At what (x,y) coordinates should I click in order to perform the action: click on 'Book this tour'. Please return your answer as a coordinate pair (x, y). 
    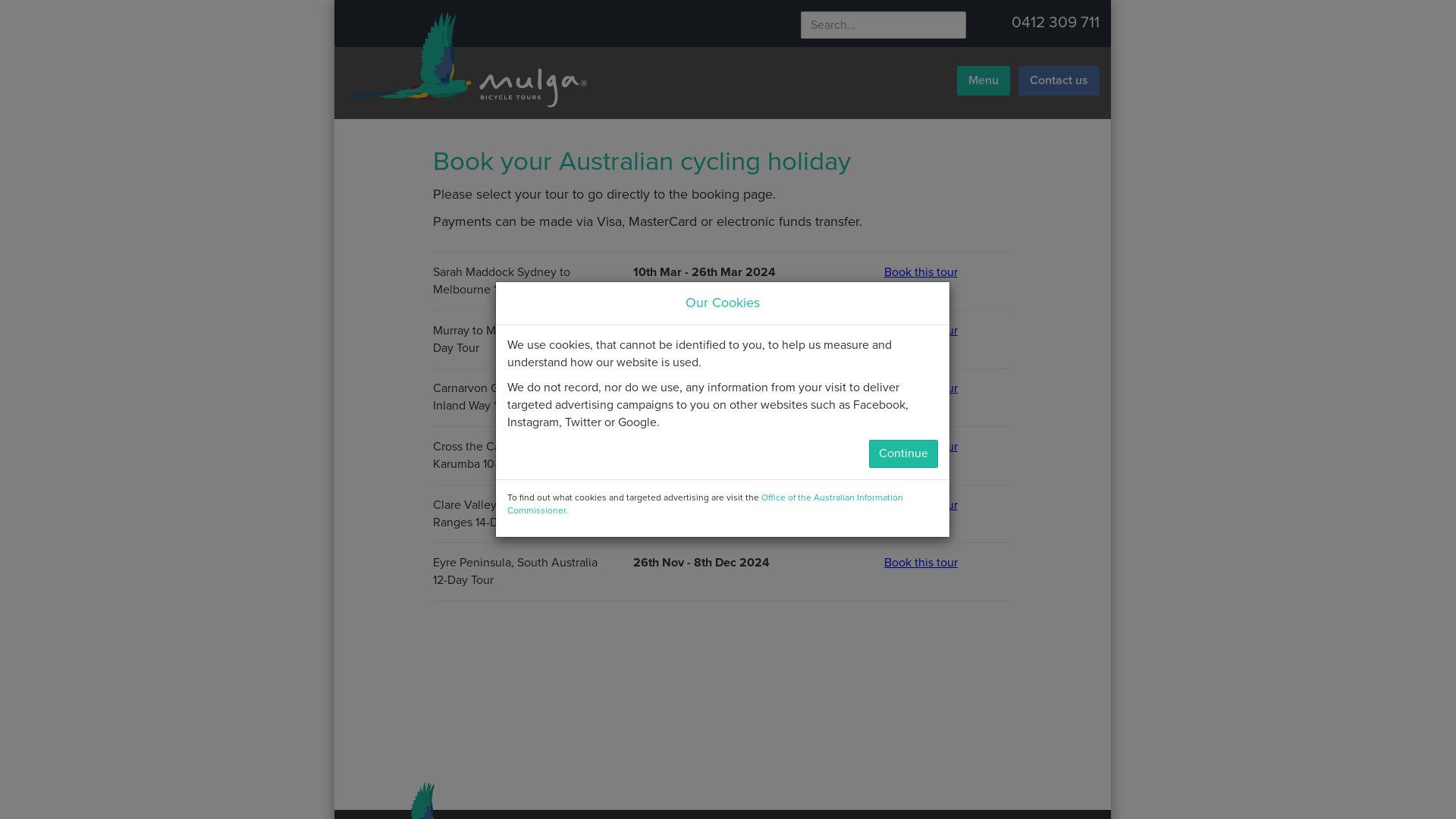
    Looking at the image, I should click on (946, 271).